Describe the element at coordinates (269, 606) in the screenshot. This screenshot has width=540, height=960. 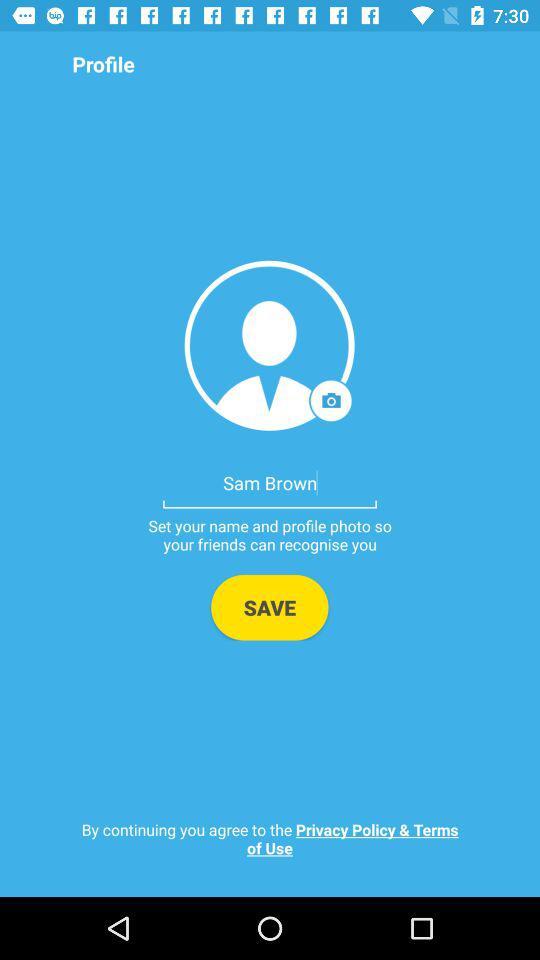
I see `the item above by continuing you item` at that location.